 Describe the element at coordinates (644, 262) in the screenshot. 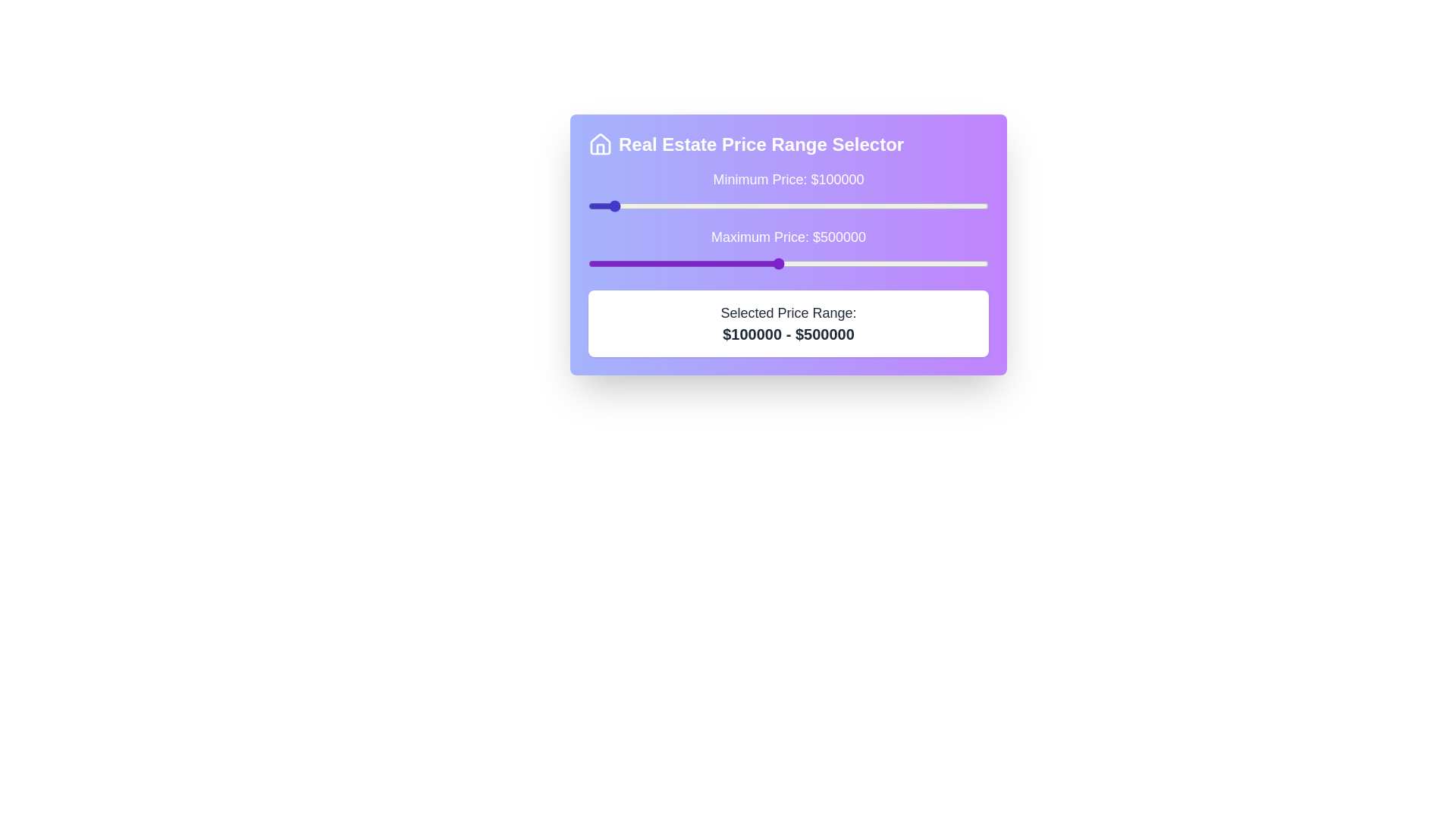

I see `the maximum price slider to 182315` at that location.